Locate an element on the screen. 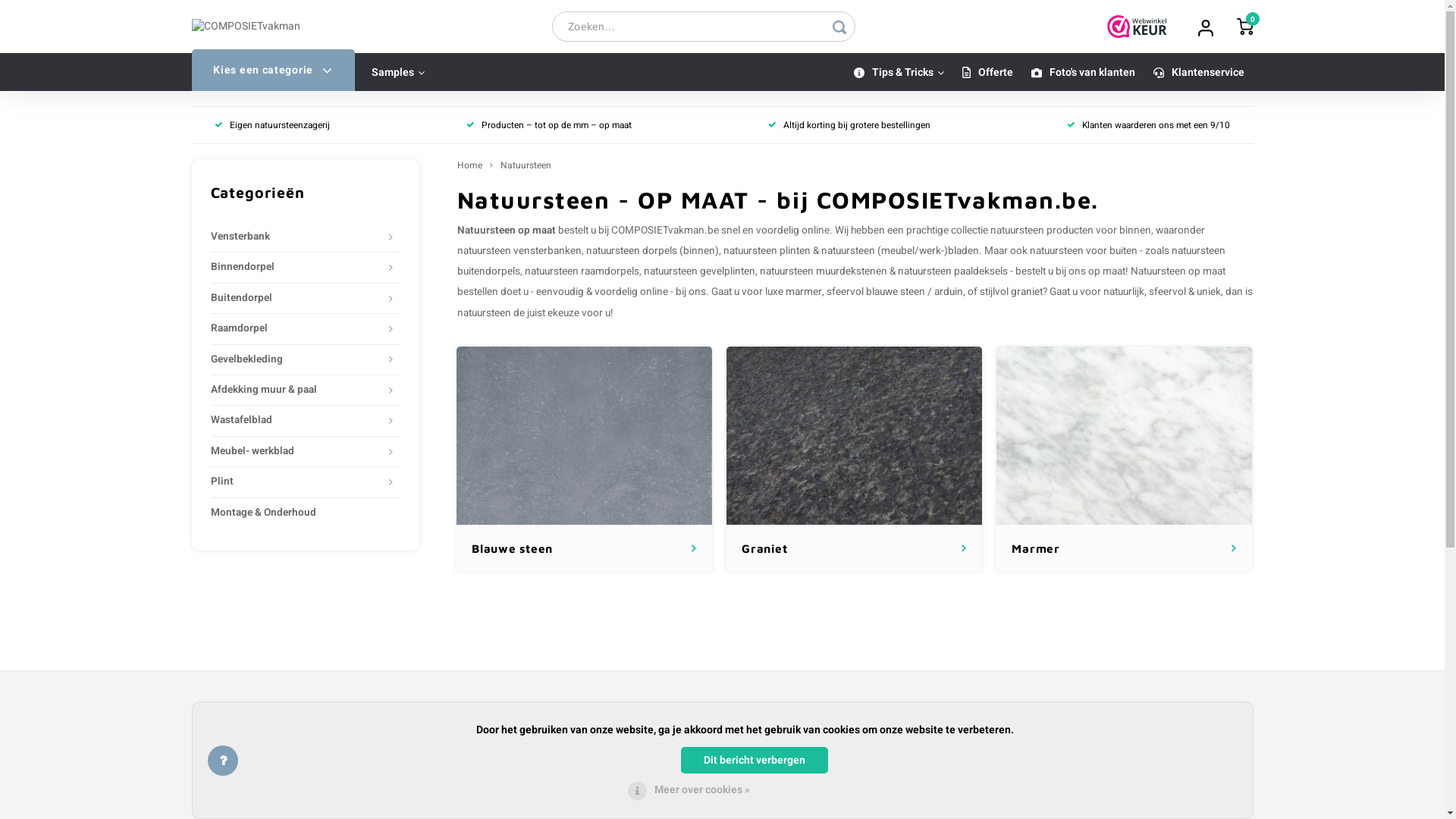 This screenshot has height=819, width=1456. 'Meubel- werkblad' is located at coordinates (296, 450).